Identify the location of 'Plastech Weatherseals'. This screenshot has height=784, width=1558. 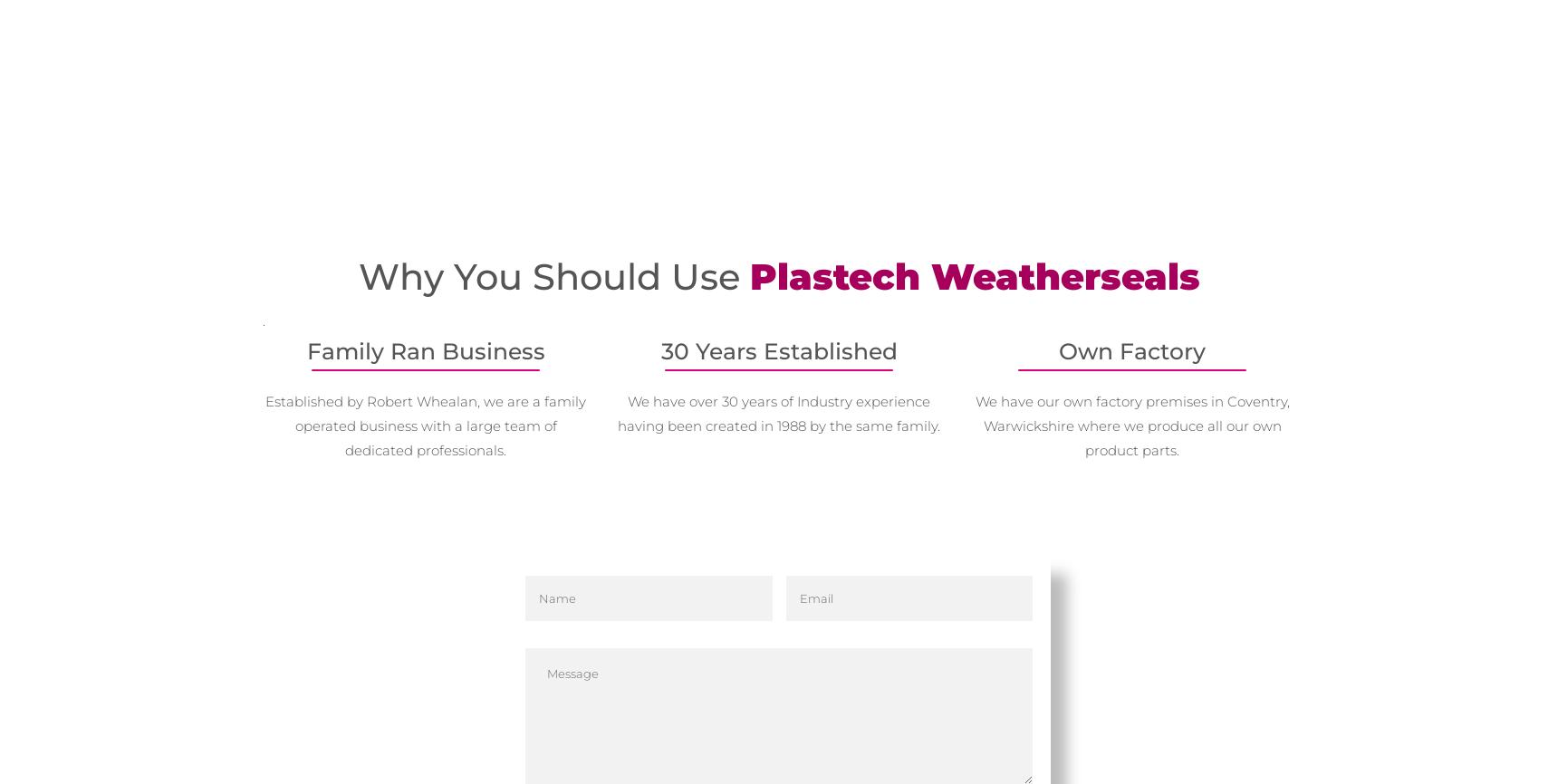
(973, 275).